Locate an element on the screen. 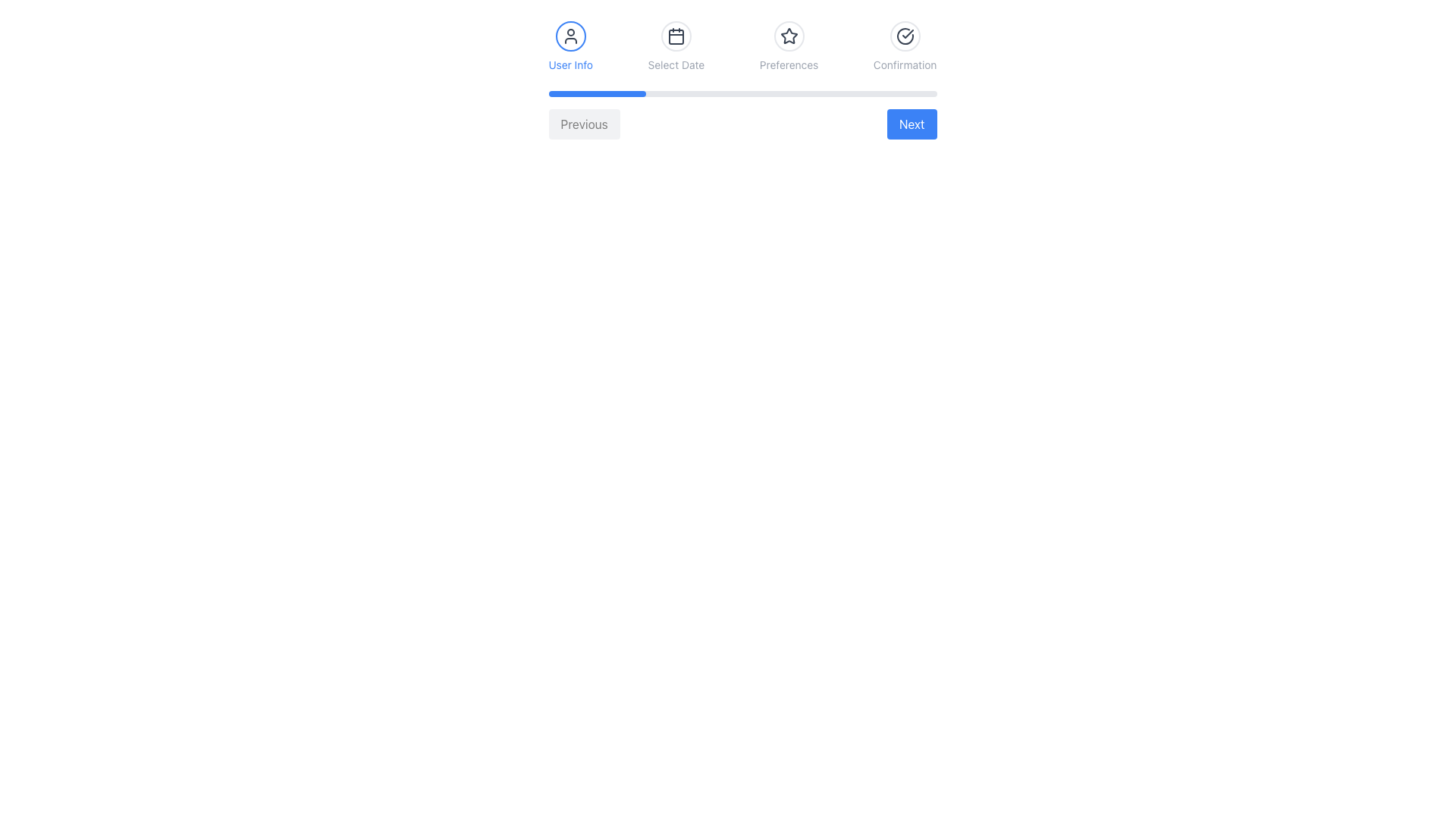 The width and height of the screenshot is (1456, 819). the third Step Indicator labeled 'Preferences' in the progress bar is located at coordinates (789, 45).